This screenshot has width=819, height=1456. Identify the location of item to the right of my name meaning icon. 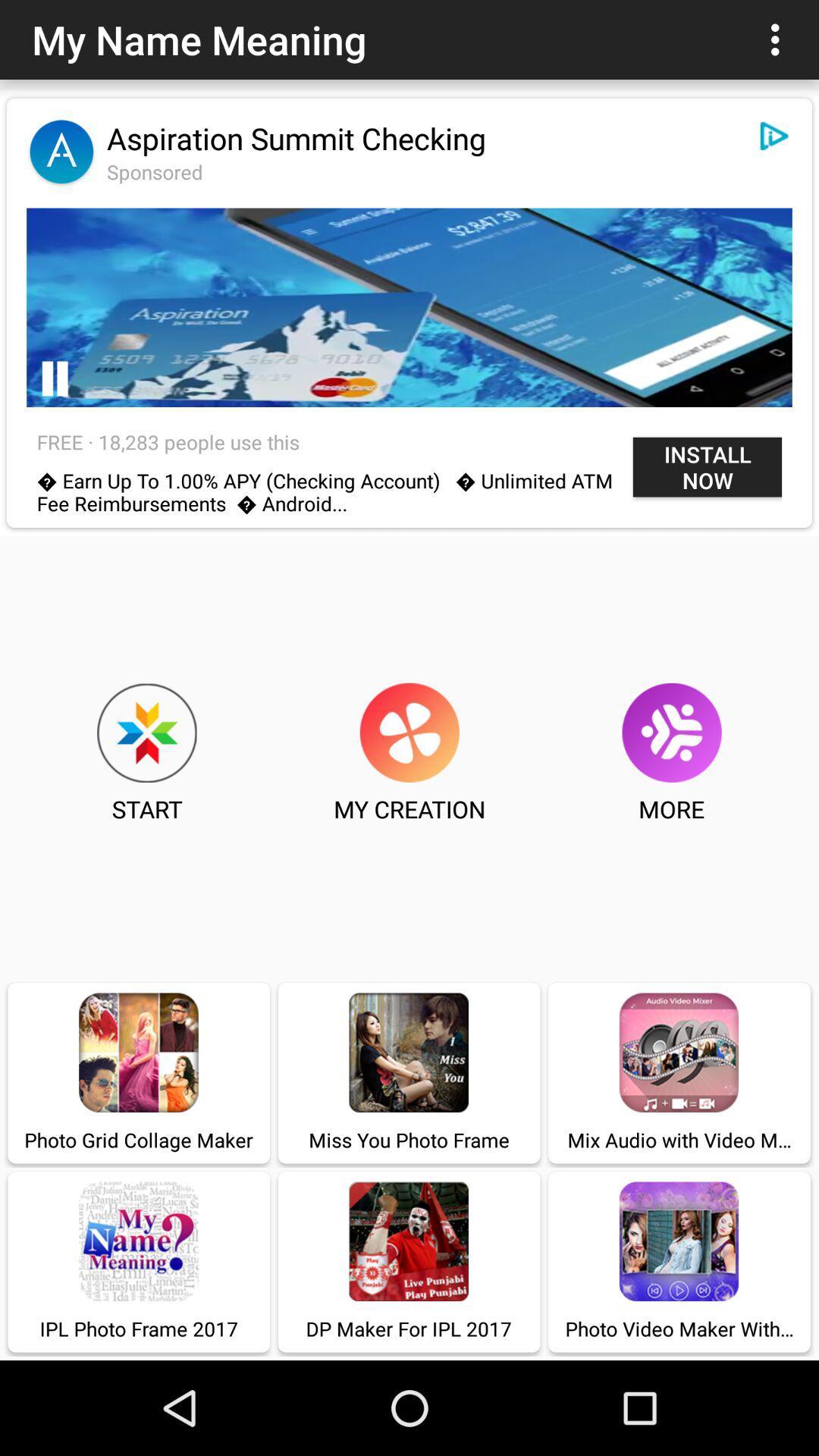
(779, 39).